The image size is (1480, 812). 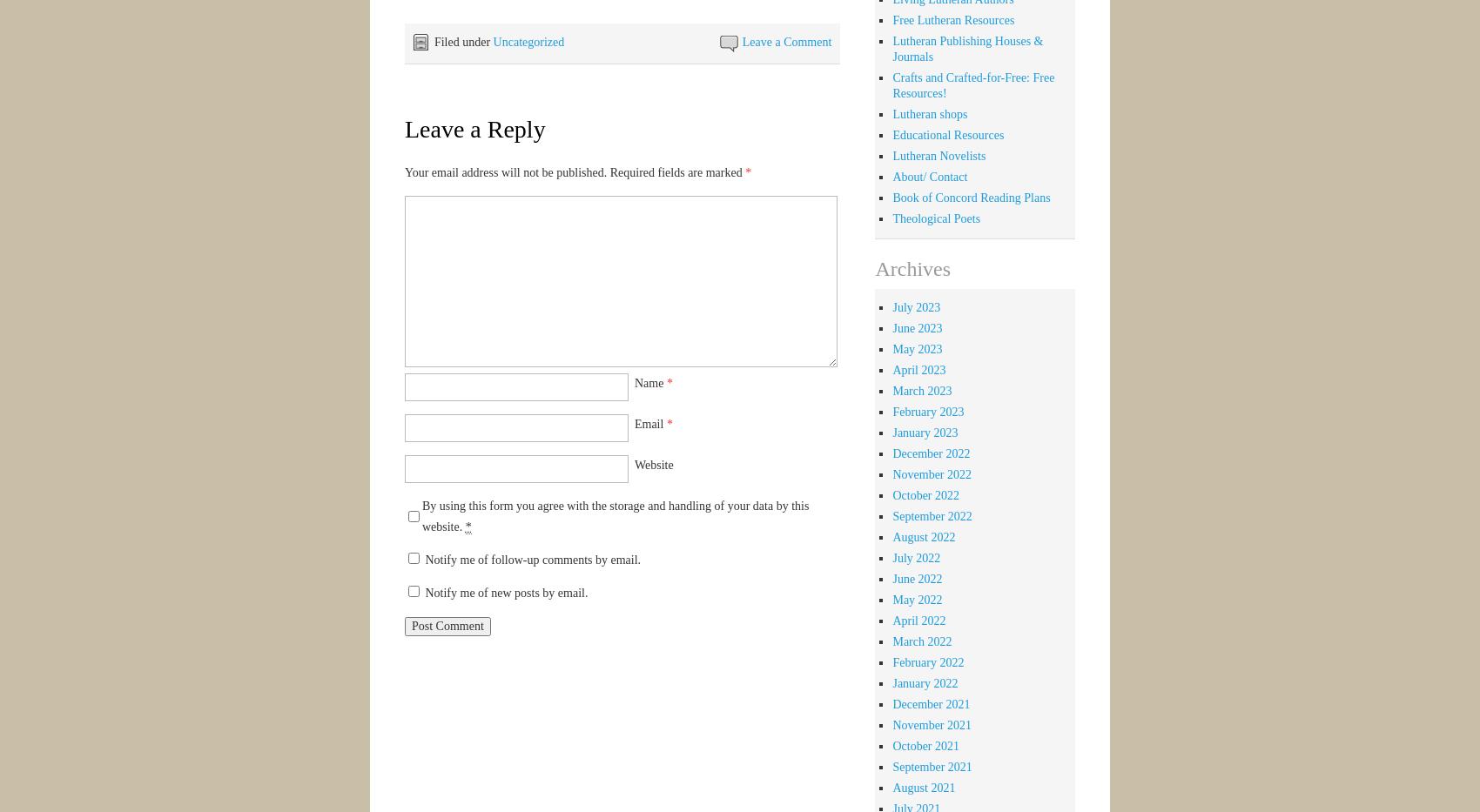 What do you see at coordinates (915, 305) in the screenshot?
I see `'July 2023'` at bounding box center [915, 305].